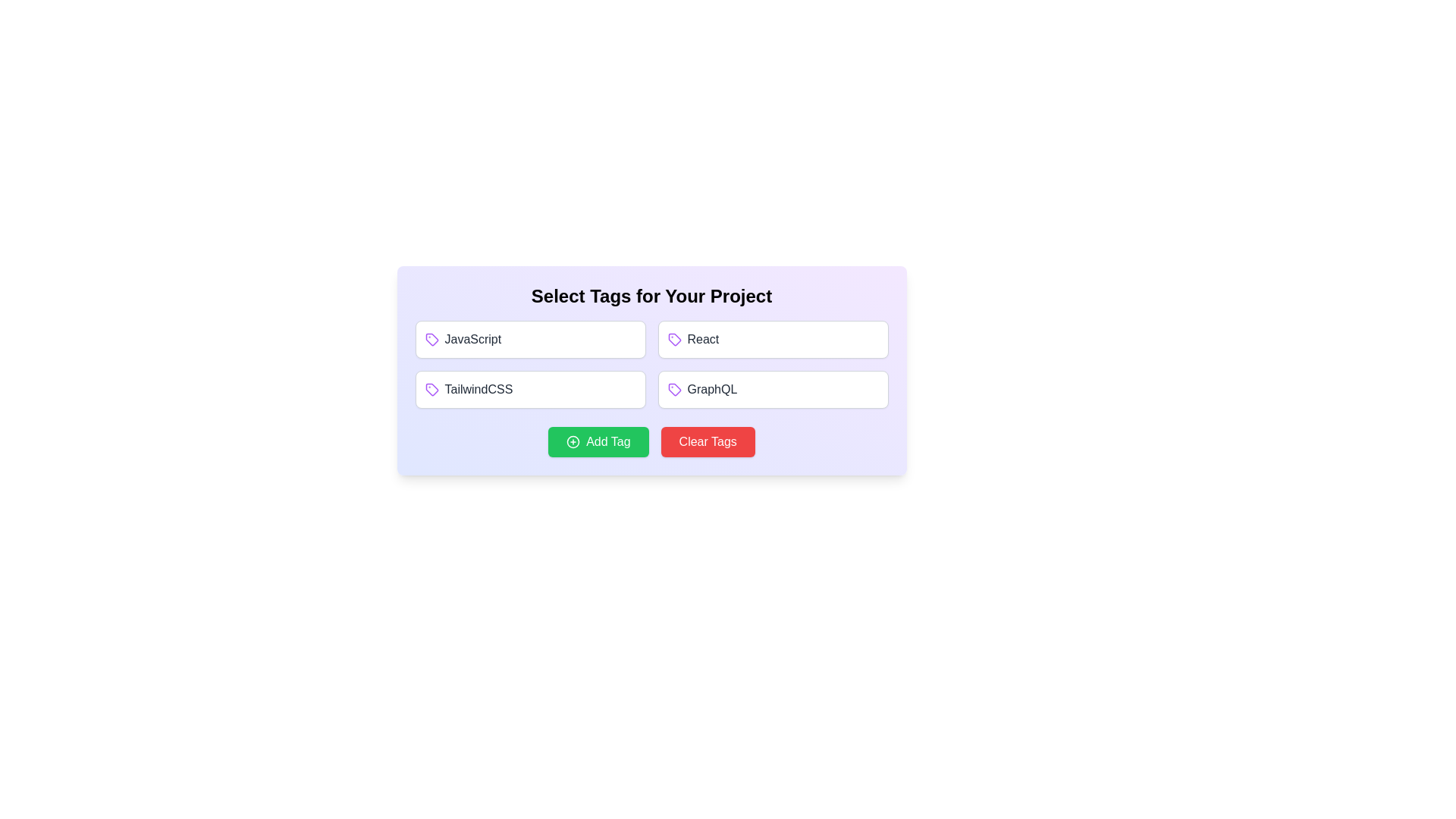 The height and width of the screenshot is (819, 1456). Describe the element at coordinates (773, 388) in the screenshot. I see `the tag GraphQL to select it` at that location.